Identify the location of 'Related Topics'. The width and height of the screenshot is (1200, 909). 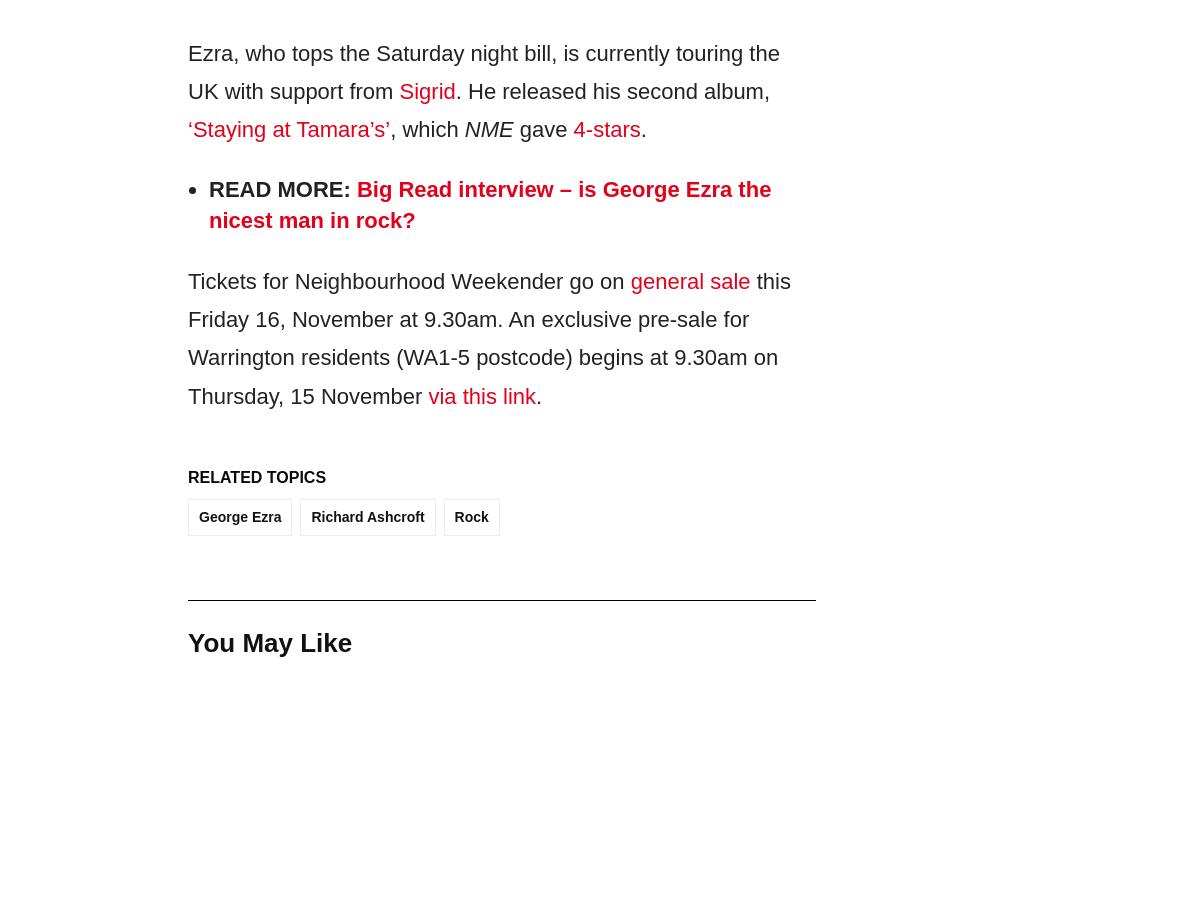
(187, 477).